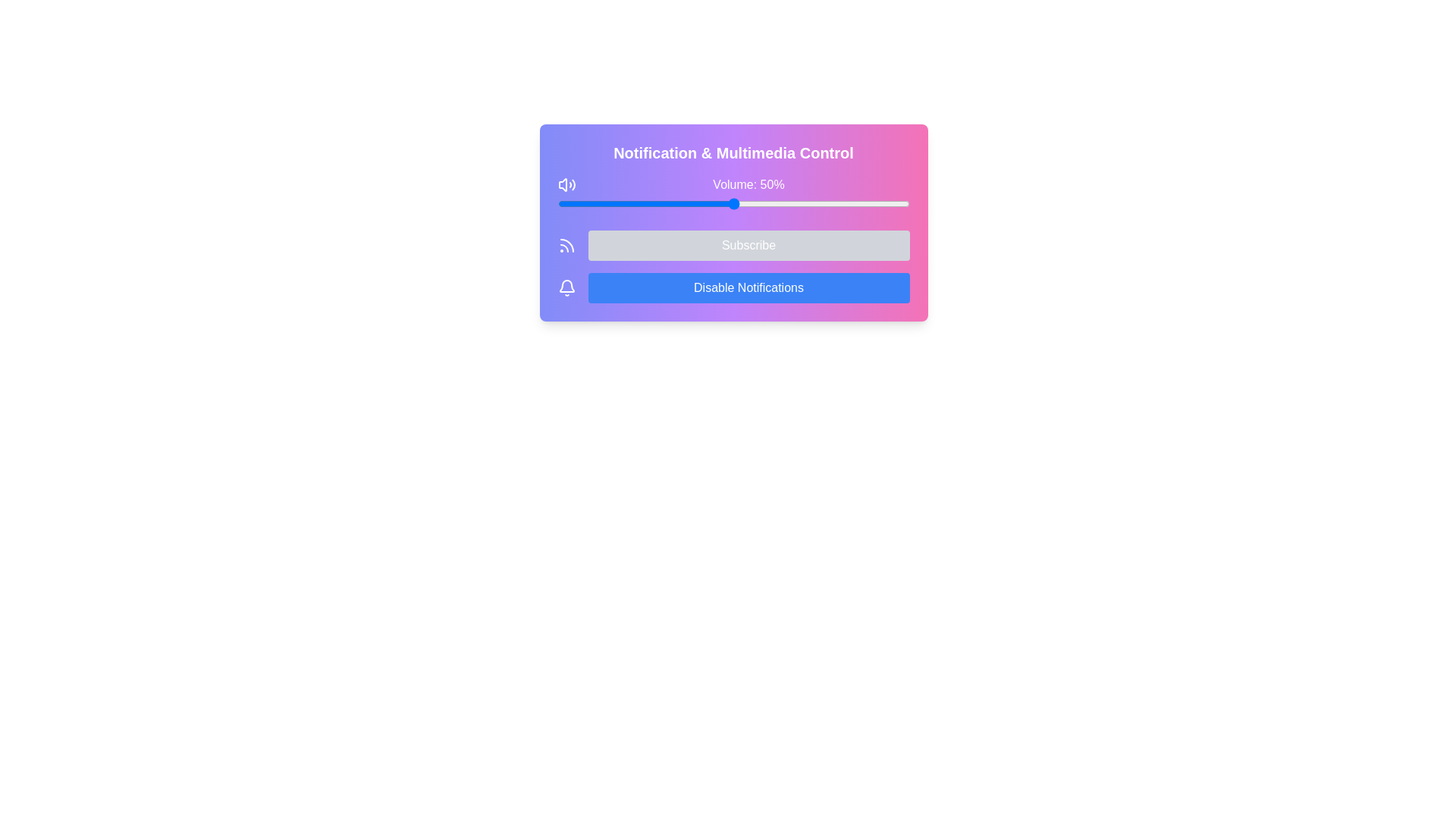  I want to click on the volume slider, so click(694, 203).